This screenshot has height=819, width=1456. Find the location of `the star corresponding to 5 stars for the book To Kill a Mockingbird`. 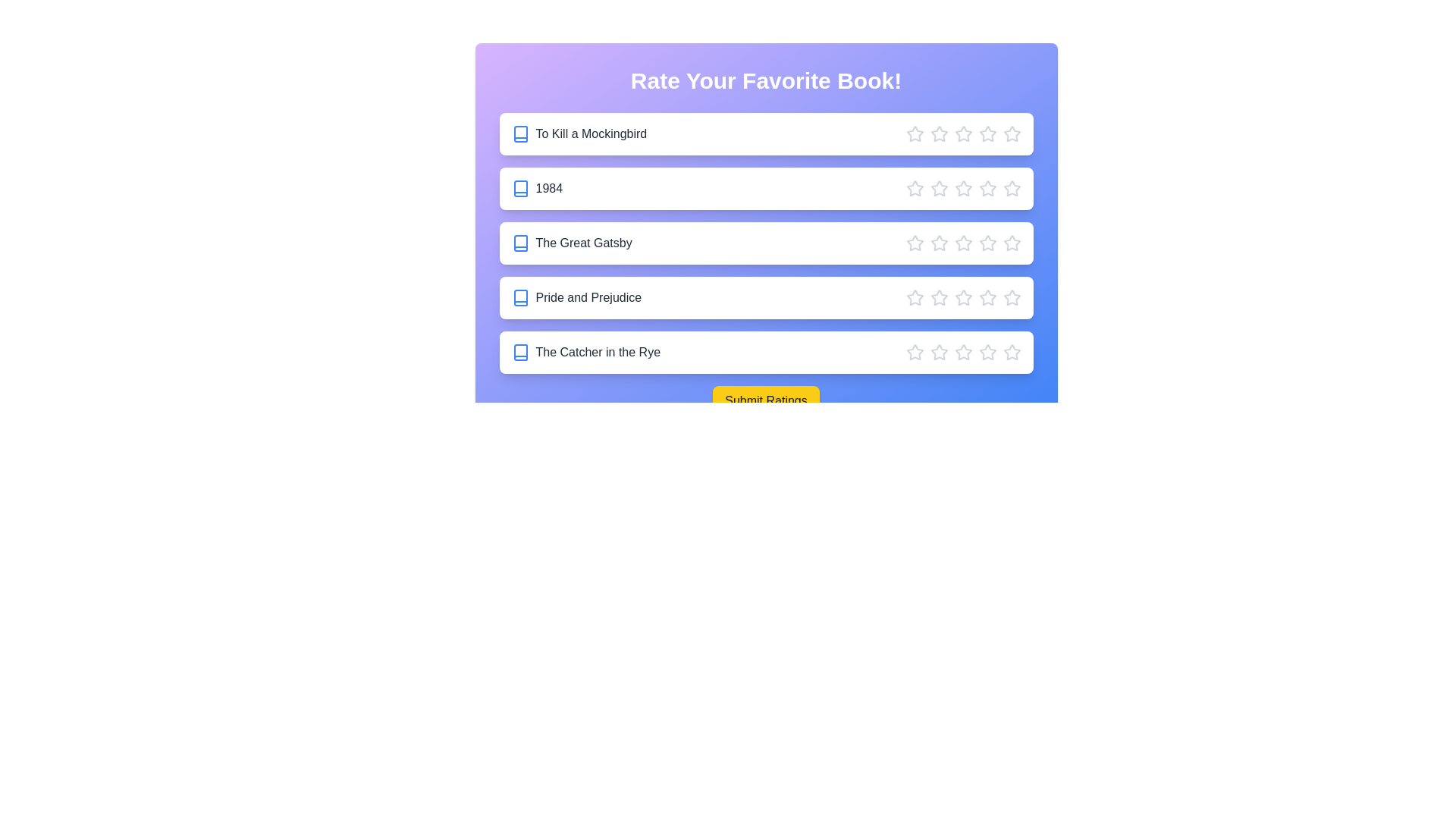

the star corresponding to 5 stars for the book To Kill a Mockingbird is located at coordinates (1012, 133).